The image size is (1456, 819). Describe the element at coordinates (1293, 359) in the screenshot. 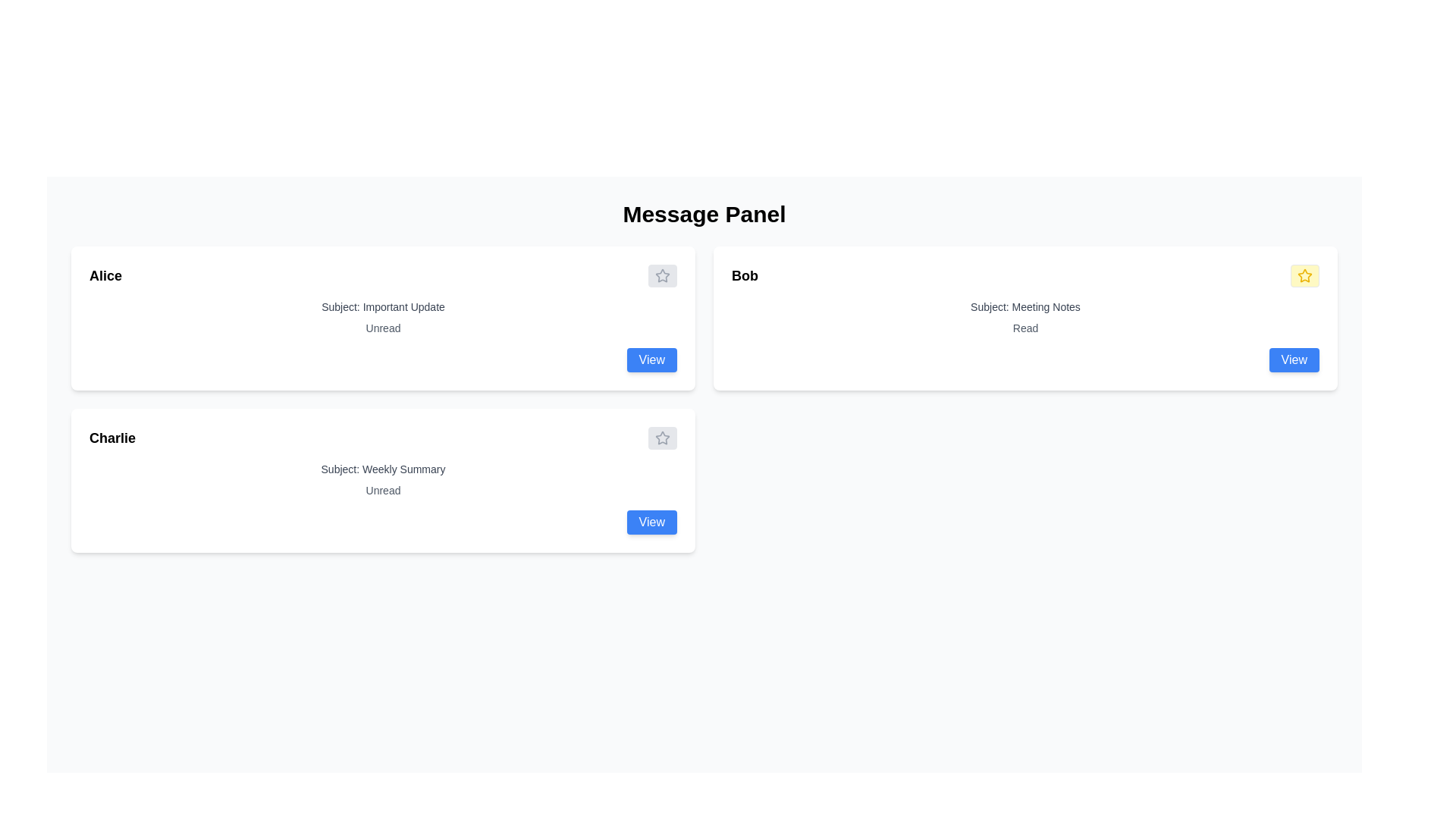

I see `the 'View' button with a blue background and white text located in the bottom-right corner of Bob's 'Meeting Notes' card to observe the hover effect` at that location.